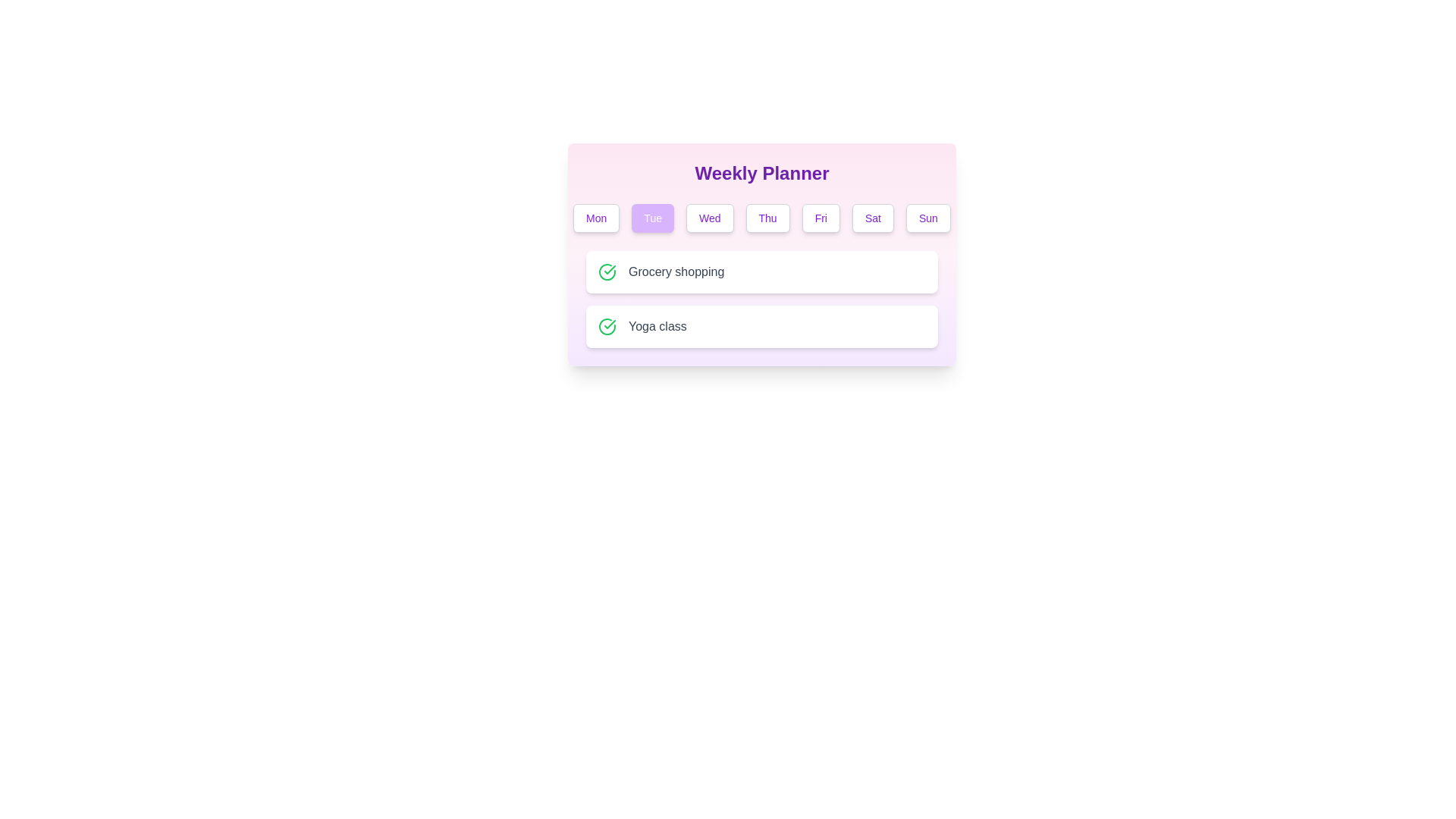 The width and height of the screenshot is (1456, 819). Describe the element at coordinates (873, 218) in the screenshot. I see `the element Sat to observe visual feedback` at that location.